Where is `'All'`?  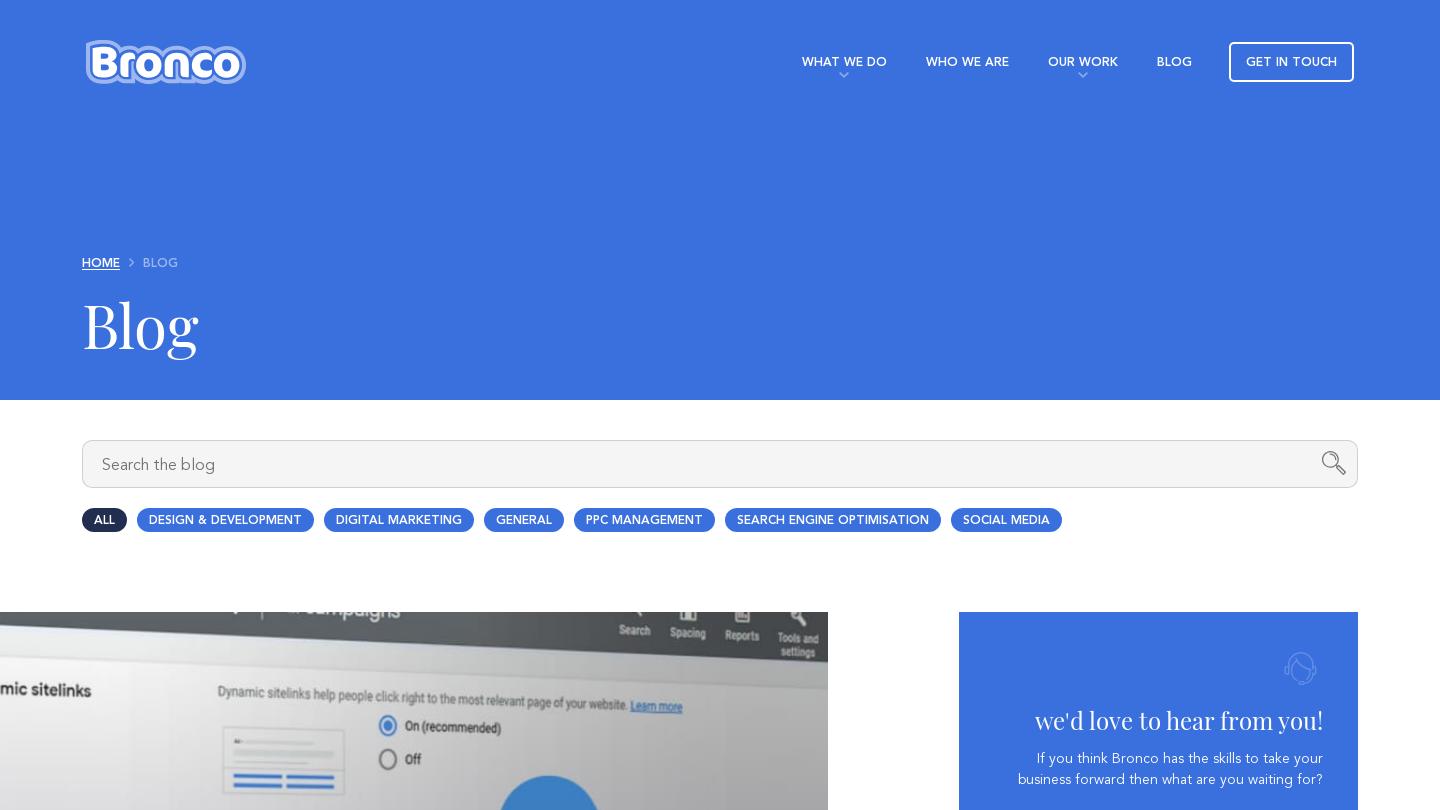 'All' is located at coordinates (103, 520).